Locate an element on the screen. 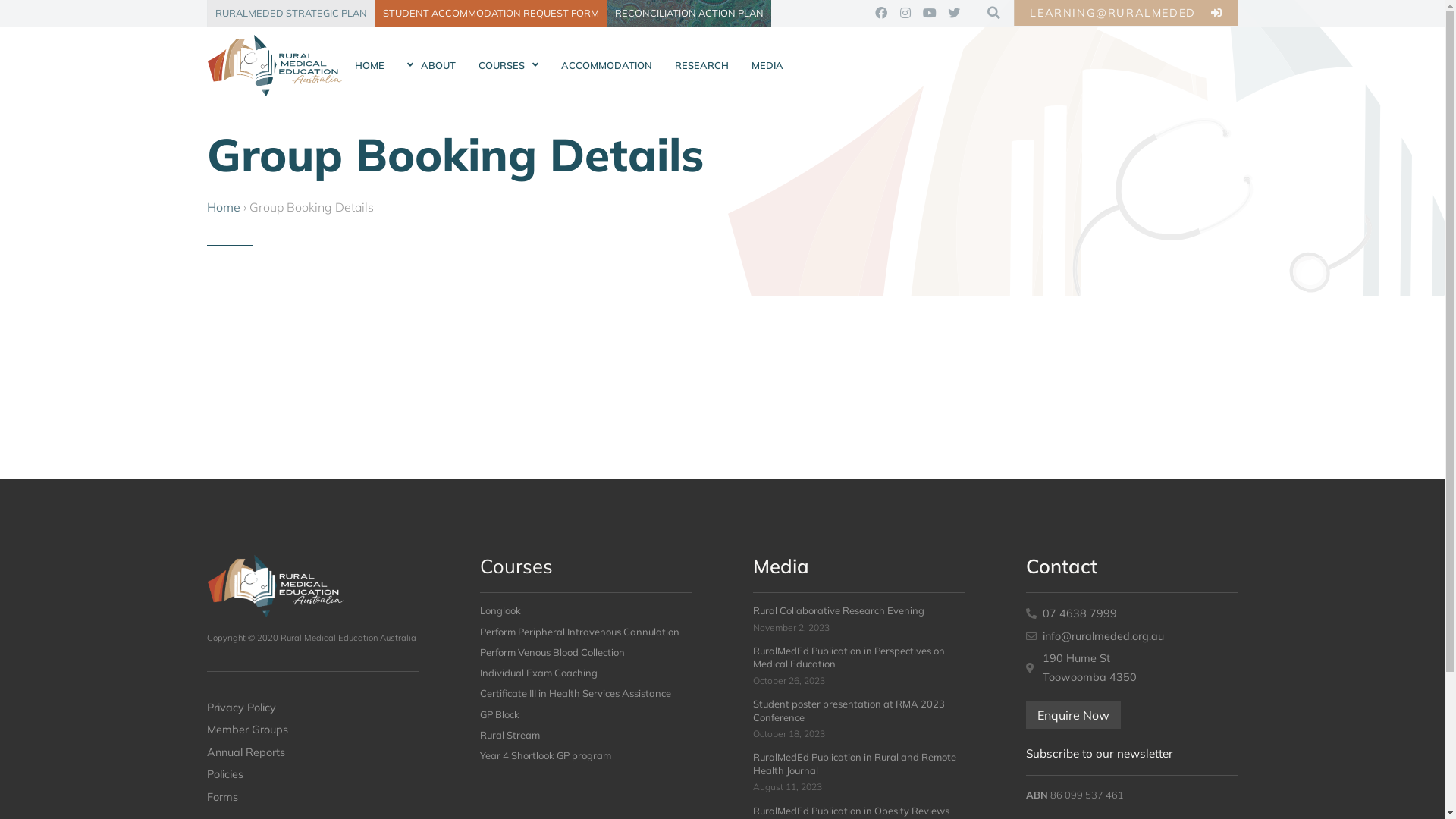  'RESEARCH' is located at coordinates (700, 65).